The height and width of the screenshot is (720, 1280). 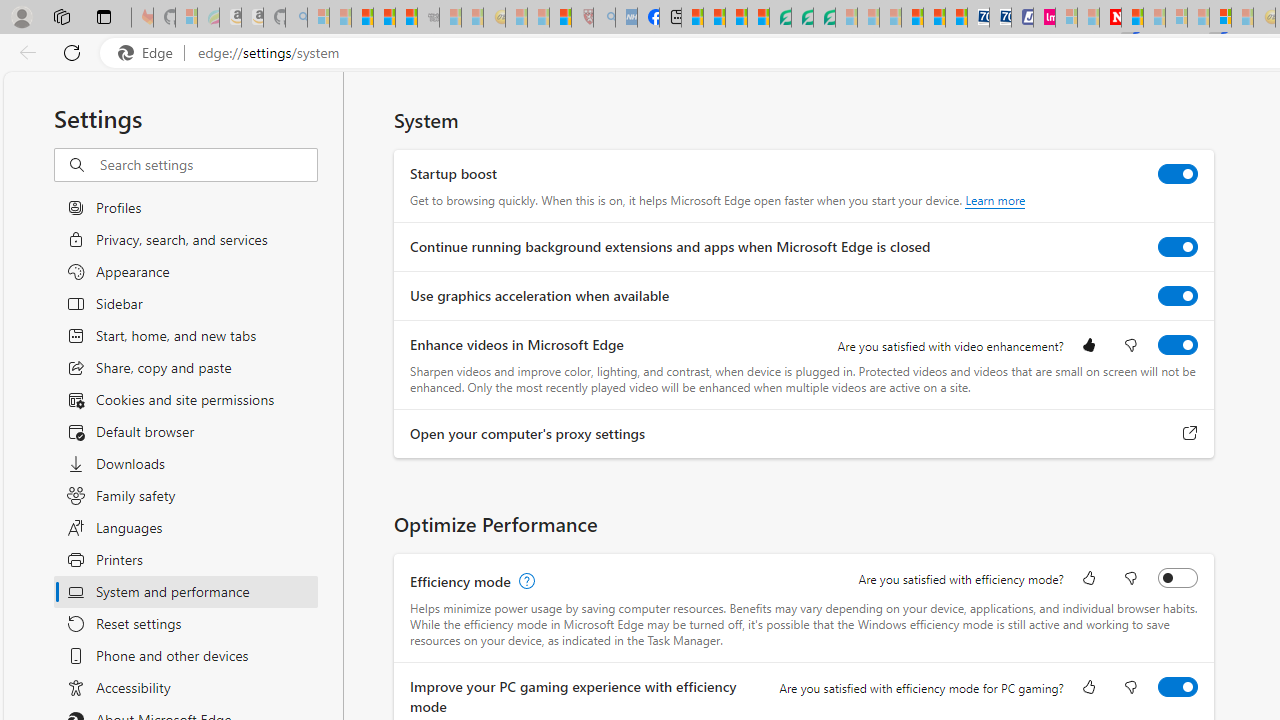 What do you see at coordinates (1178, 343) in the screenshot?
I see `'Enhance videos in Microsoft Edge'` at bounding box center [1178, 343].